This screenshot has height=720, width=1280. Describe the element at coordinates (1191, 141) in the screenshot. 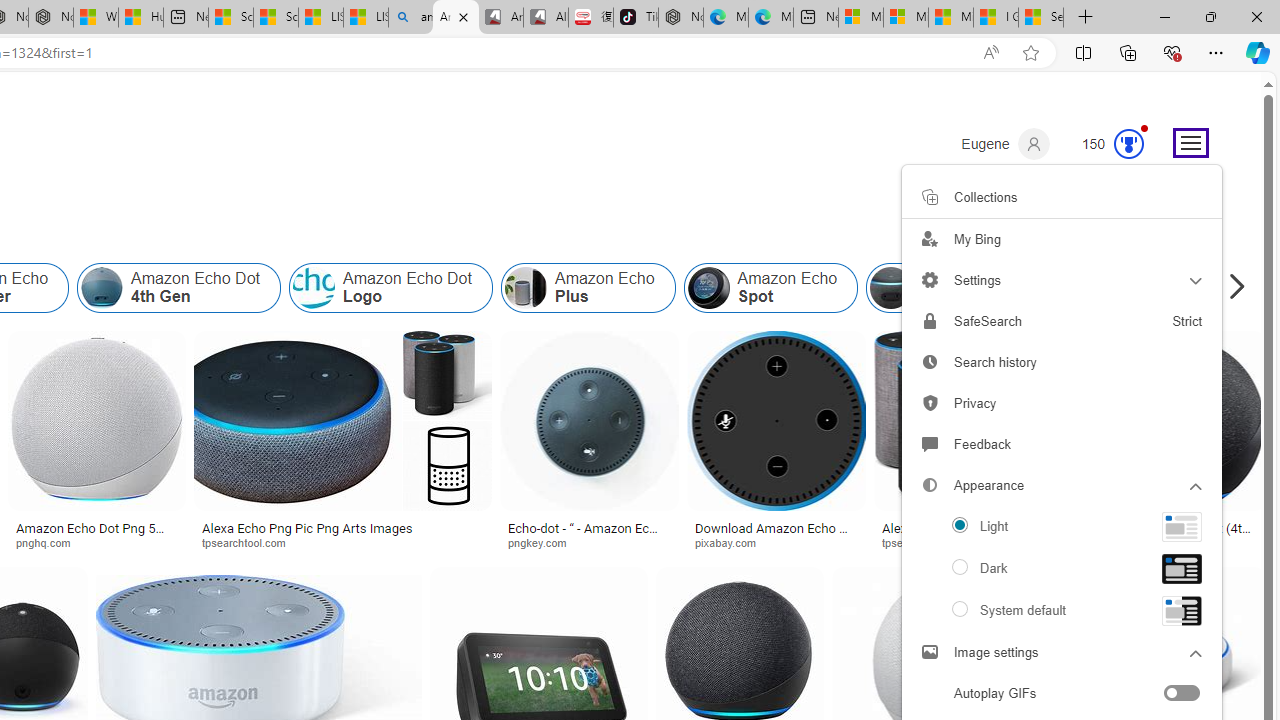

I see `'Settings and quick links'` at that location.